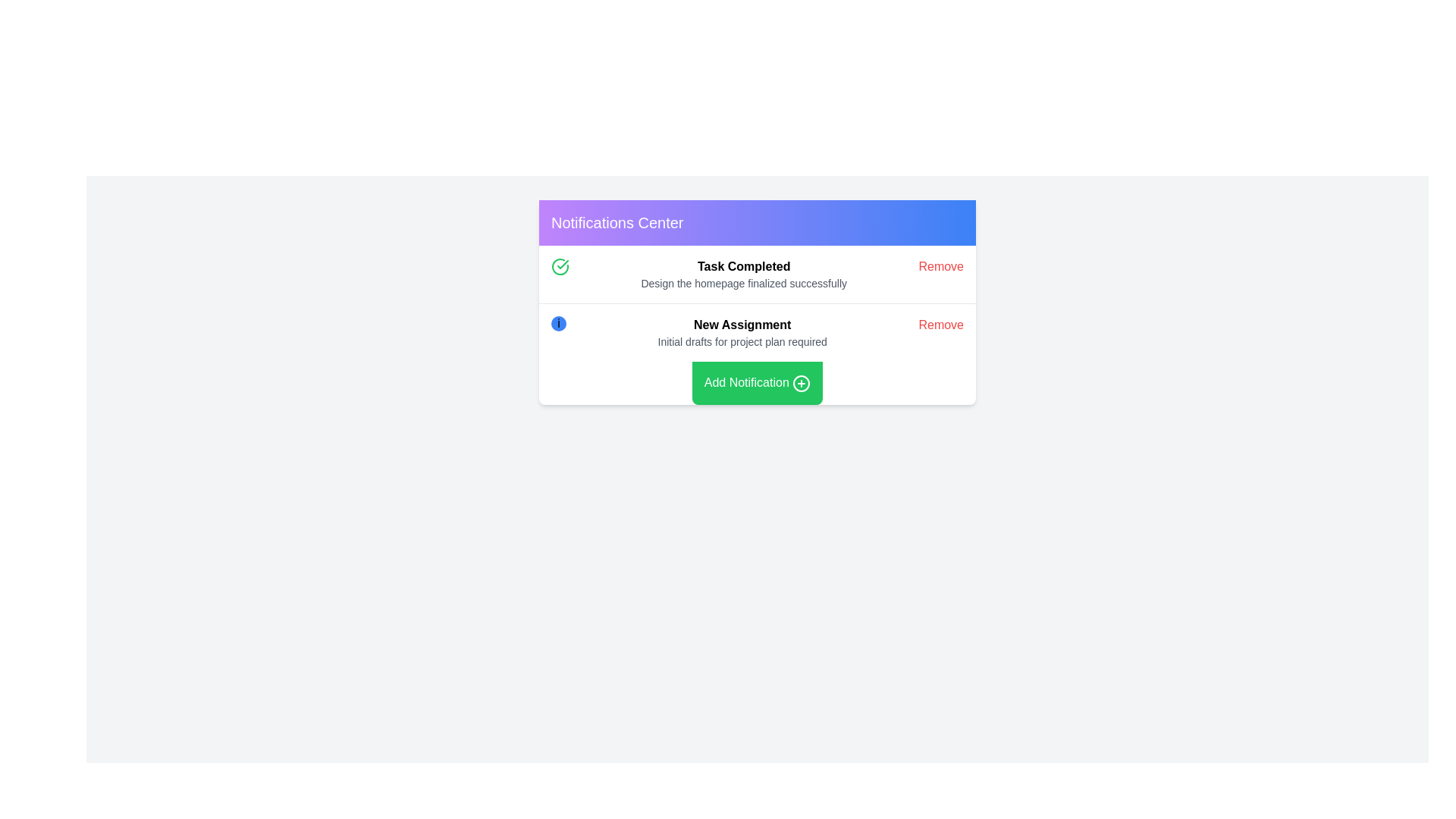 The height and width of the screenshot is (819, 1456). What do you see at coordinates (744, 275) in the screenshot?
I see `the notification message text block that displays a successful task completion message, which is centrally located in the top notification row, adjacent to a green check icon and a 'Remove' option` at bounding box center [744, 275].